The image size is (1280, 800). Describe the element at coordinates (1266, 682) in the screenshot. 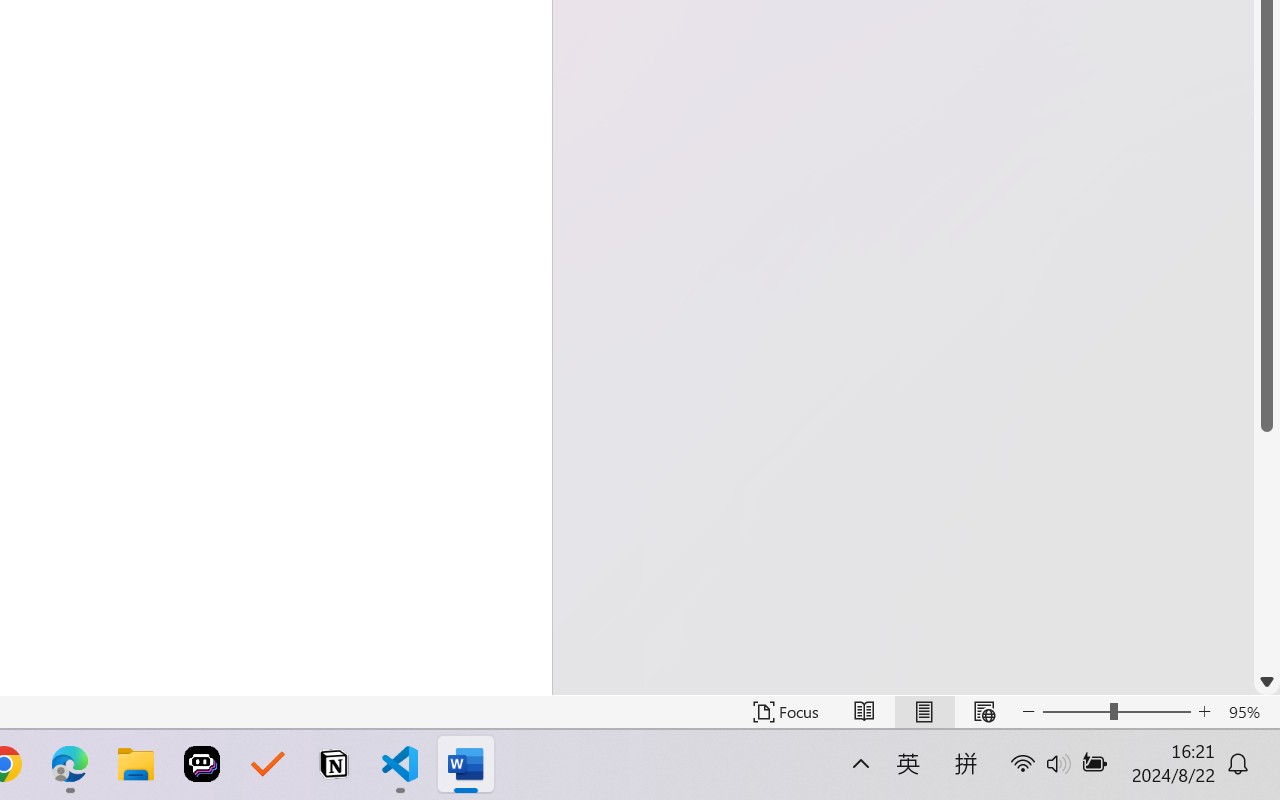

I see `'Line down'` at that location.